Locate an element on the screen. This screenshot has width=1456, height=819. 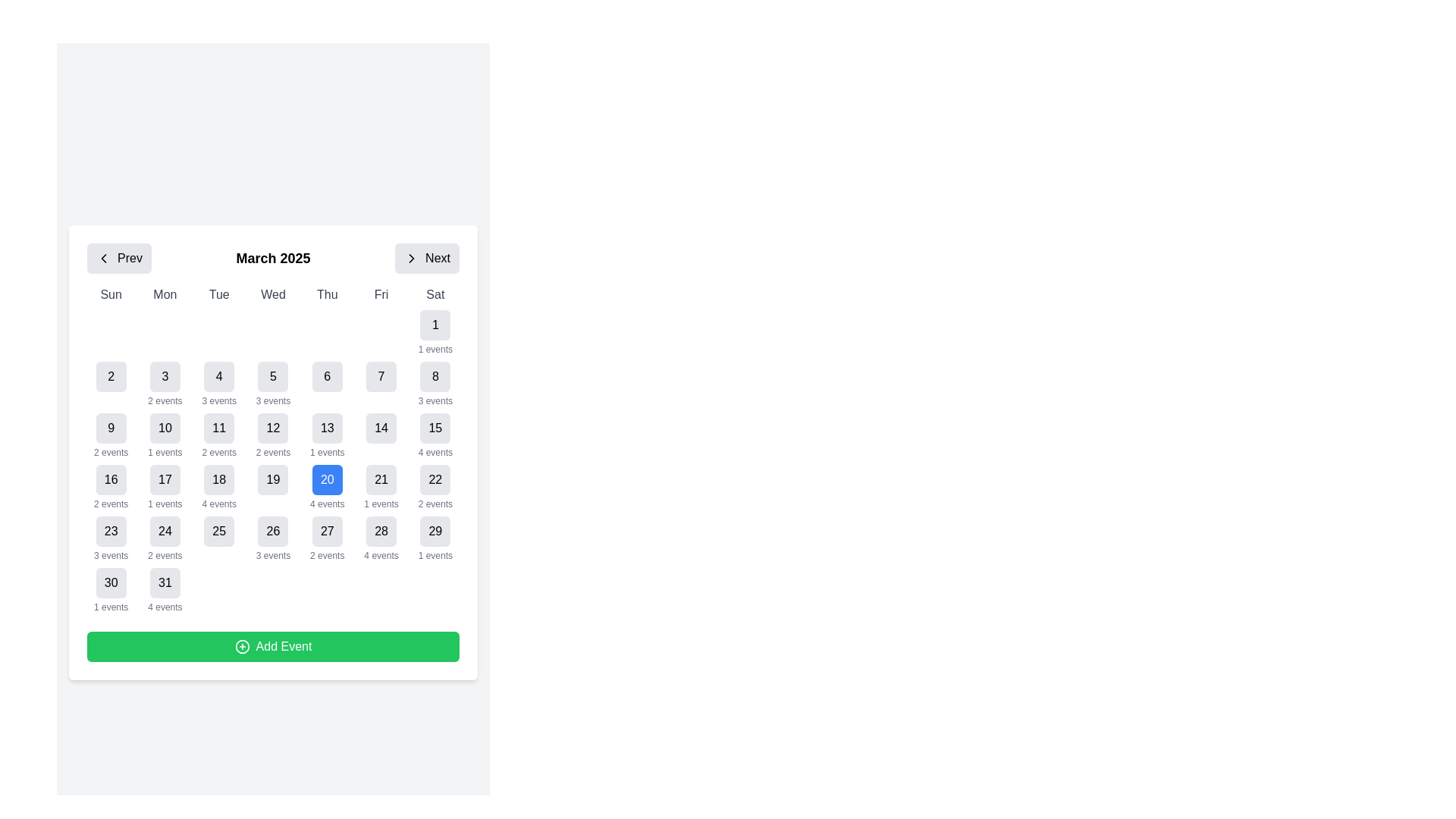
the text label displaying '1 events', which is positioned beneath the button-like element with the number '1' in the first column of the fifth row of the calendar grid layout is located at coordinates (165, 504).